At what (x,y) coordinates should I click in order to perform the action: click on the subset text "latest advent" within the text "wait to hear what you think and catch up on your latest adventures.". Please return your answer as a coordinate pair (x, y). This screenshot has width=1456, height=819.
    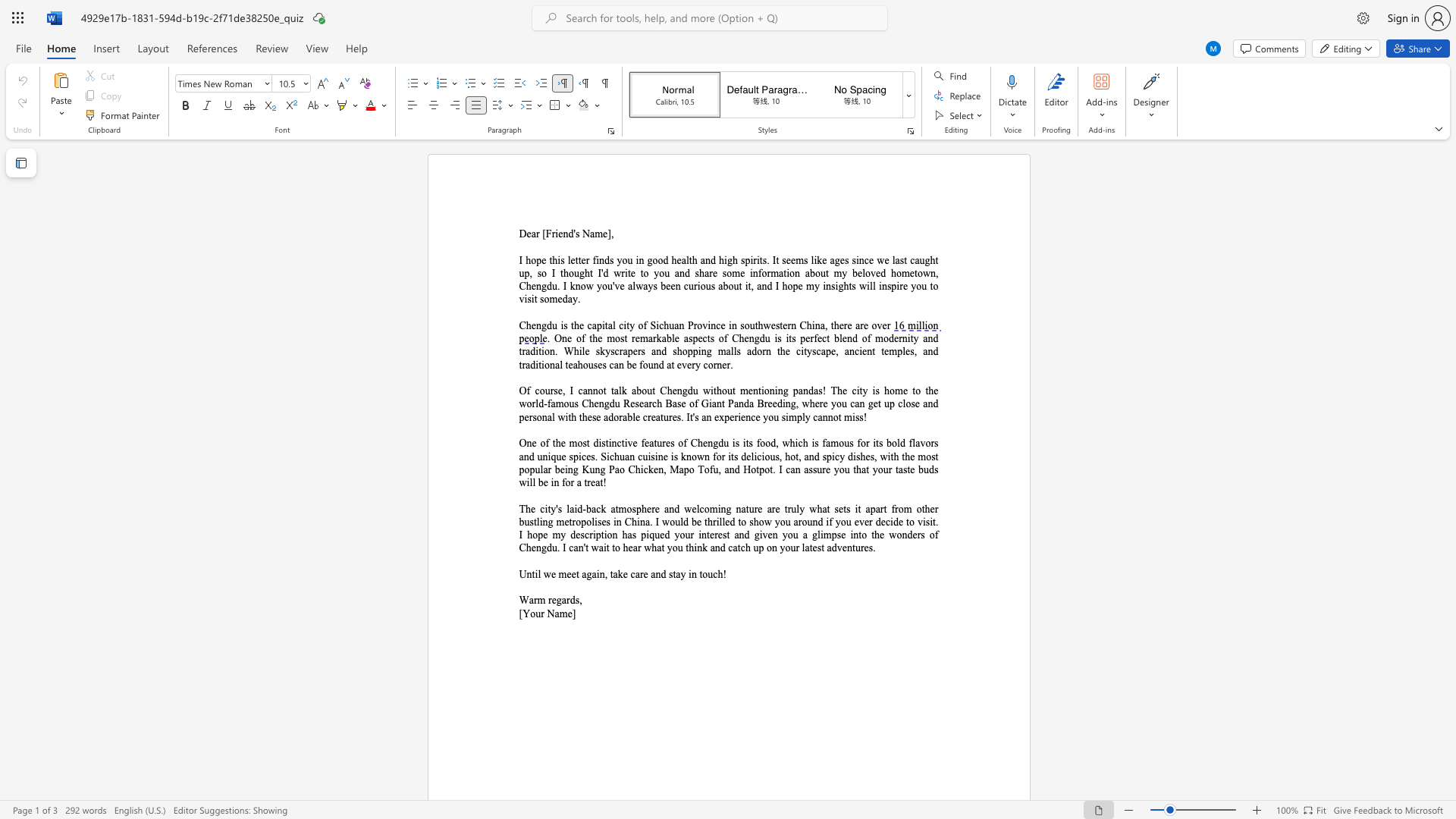
    Looking at the image, I should click on (801, 548).